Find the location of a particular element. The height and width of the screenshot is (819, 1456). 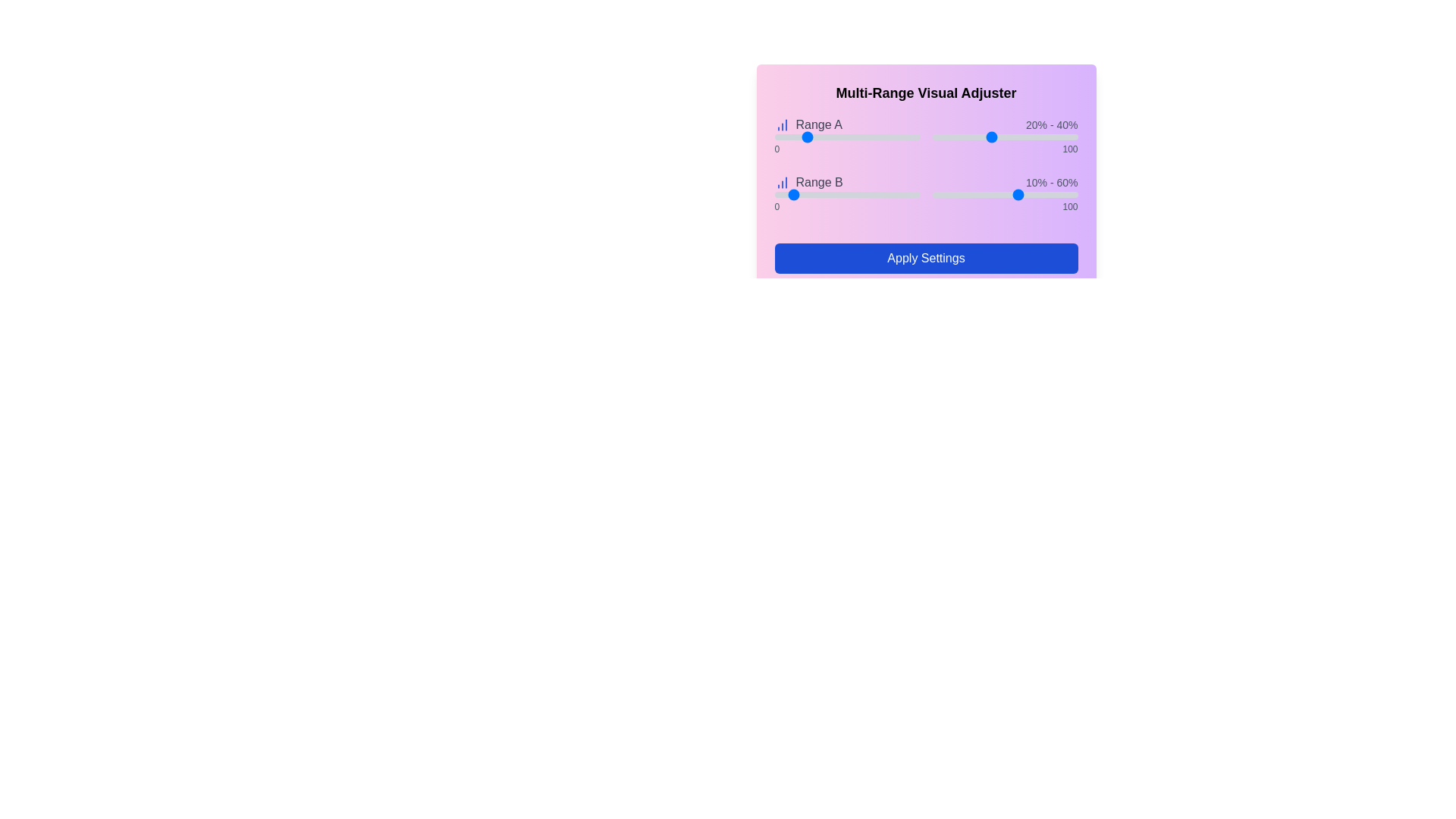

the slider is located at coordinates (860, 137).